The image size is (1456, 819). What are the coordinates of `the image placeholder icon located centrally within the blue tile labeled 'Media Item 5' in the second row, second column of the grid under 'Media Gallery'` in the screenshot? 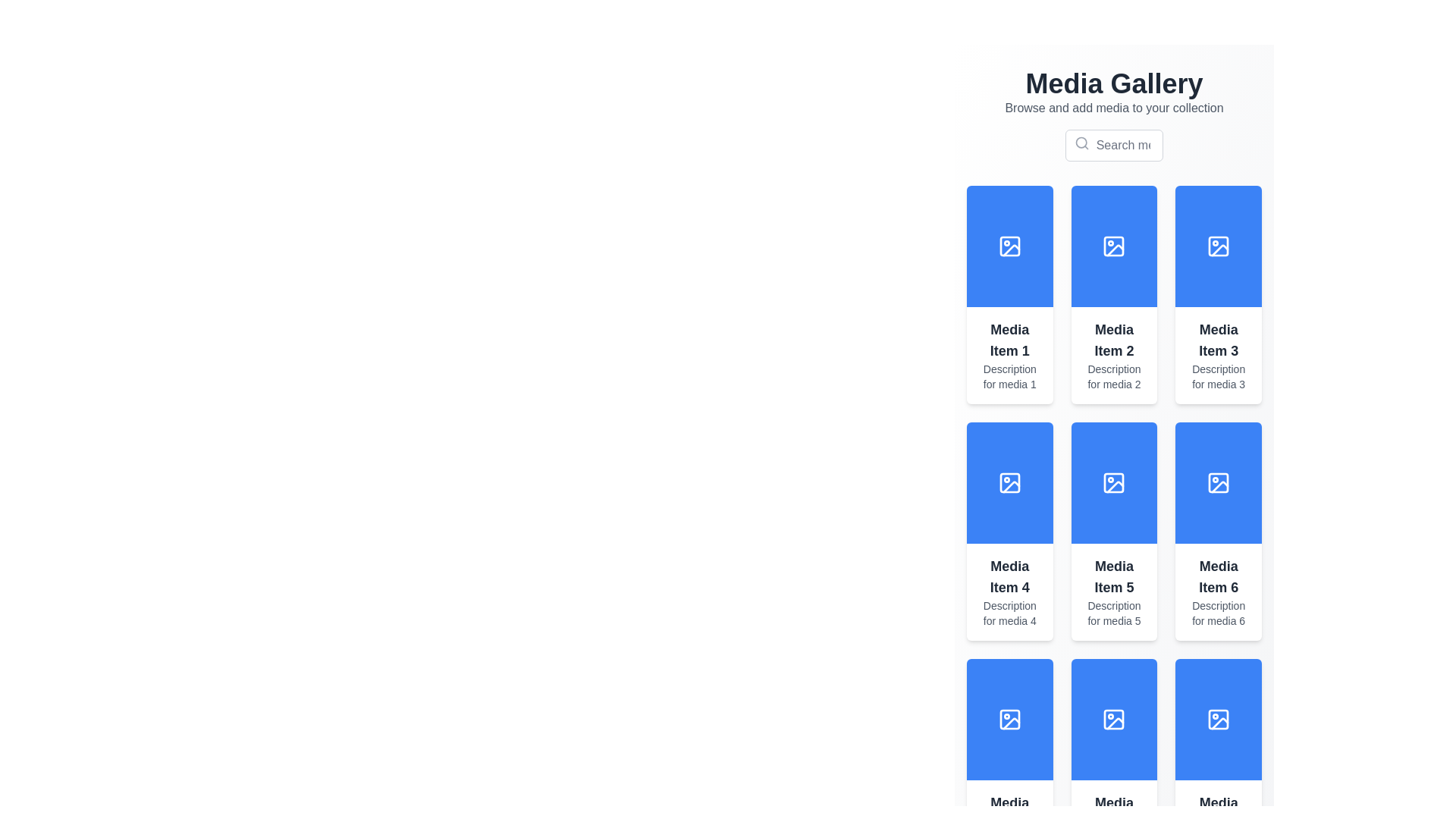 It's located at (1114, 482).